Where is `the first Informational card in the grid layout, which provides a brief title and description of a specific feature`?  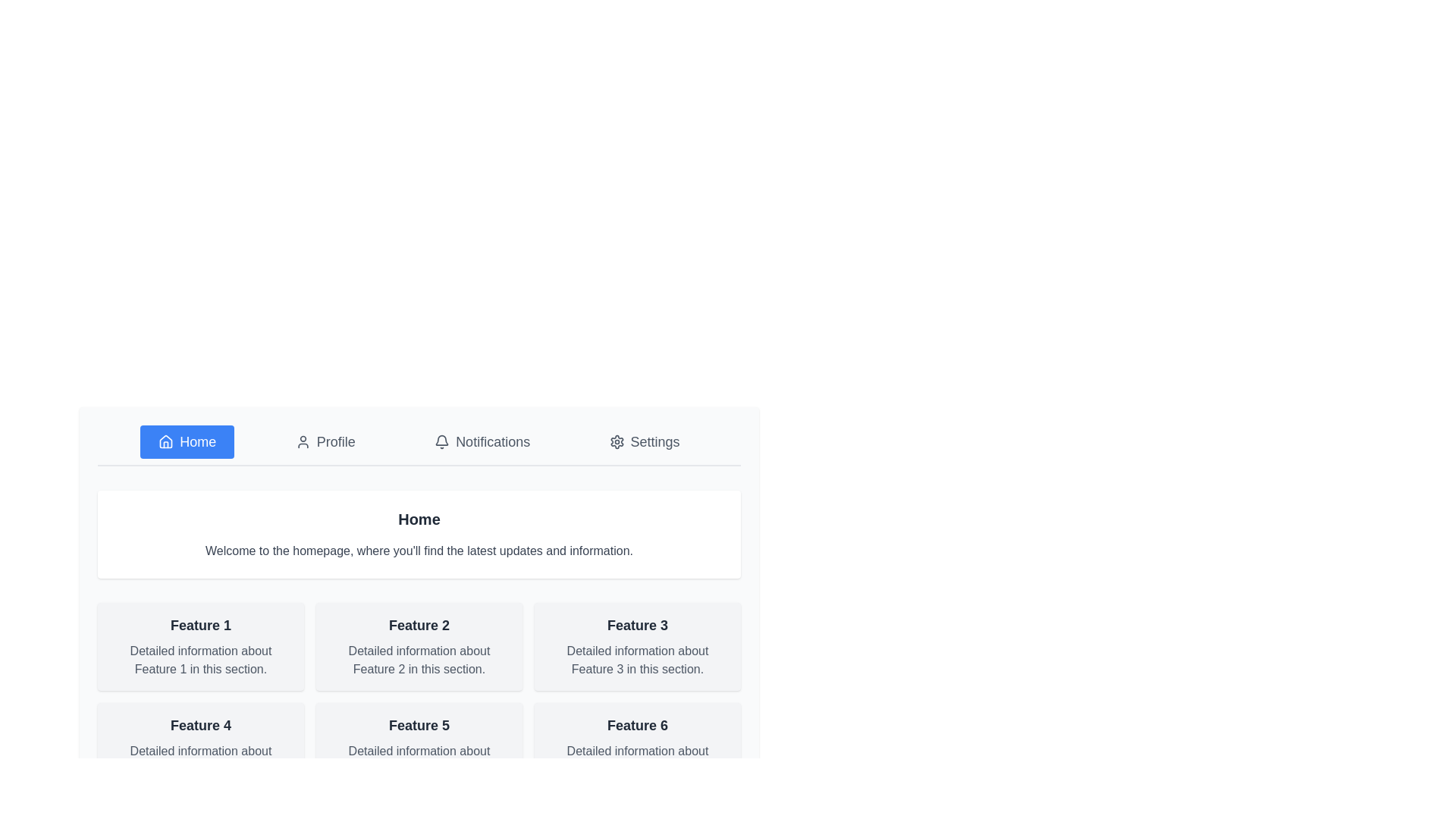 the first Informational card in the grid layout, which provides a brief title and description of a specific feature is located at coordinates (199, 646).